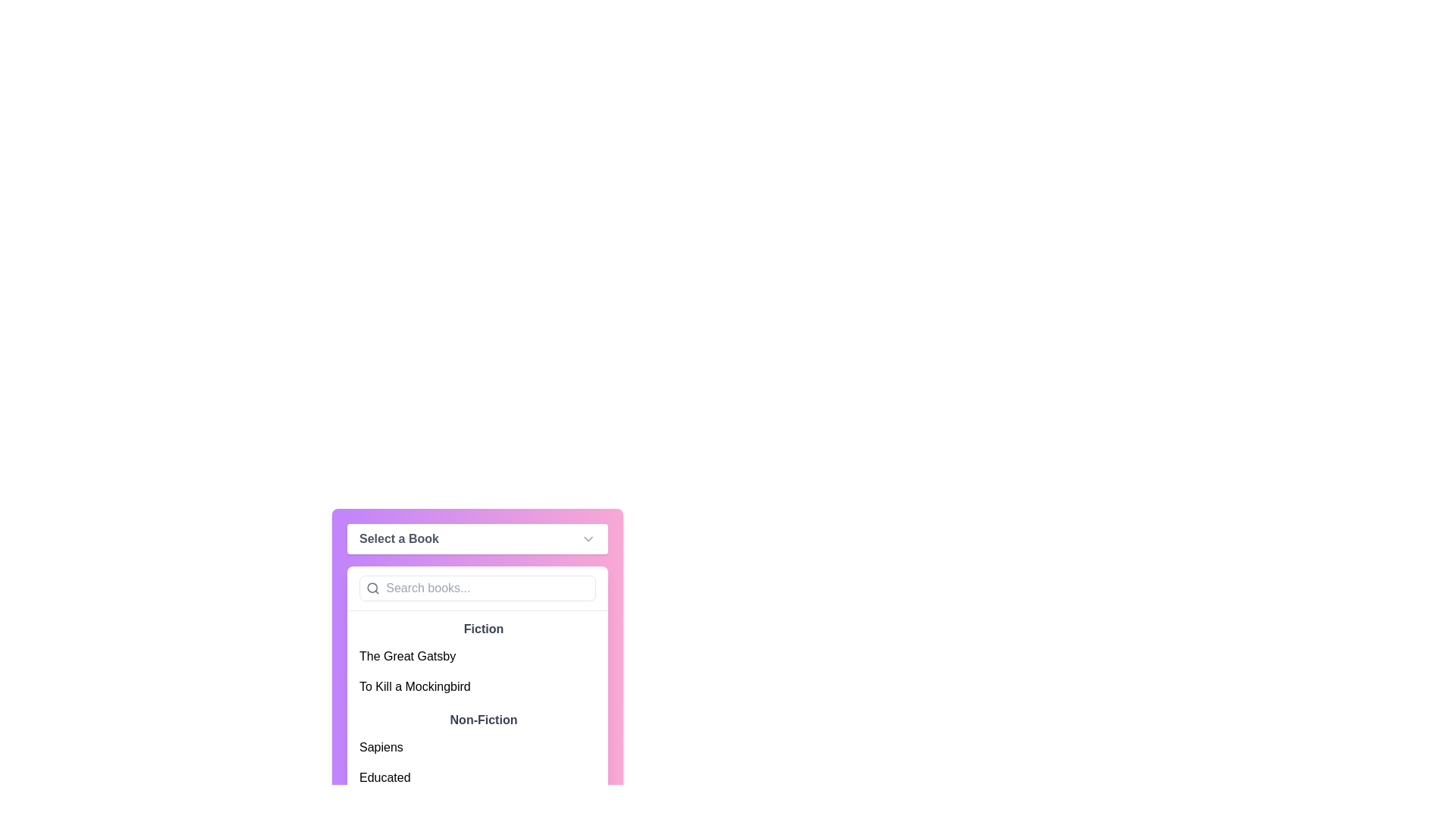  What do you see at coordinates (381, 747) in the screenshot?
I see `the text label for the book titled 'Sapiens' located in the dropdown book selection menu under the 'Non-Fiction' subsection` at bounding box center [381, 747].